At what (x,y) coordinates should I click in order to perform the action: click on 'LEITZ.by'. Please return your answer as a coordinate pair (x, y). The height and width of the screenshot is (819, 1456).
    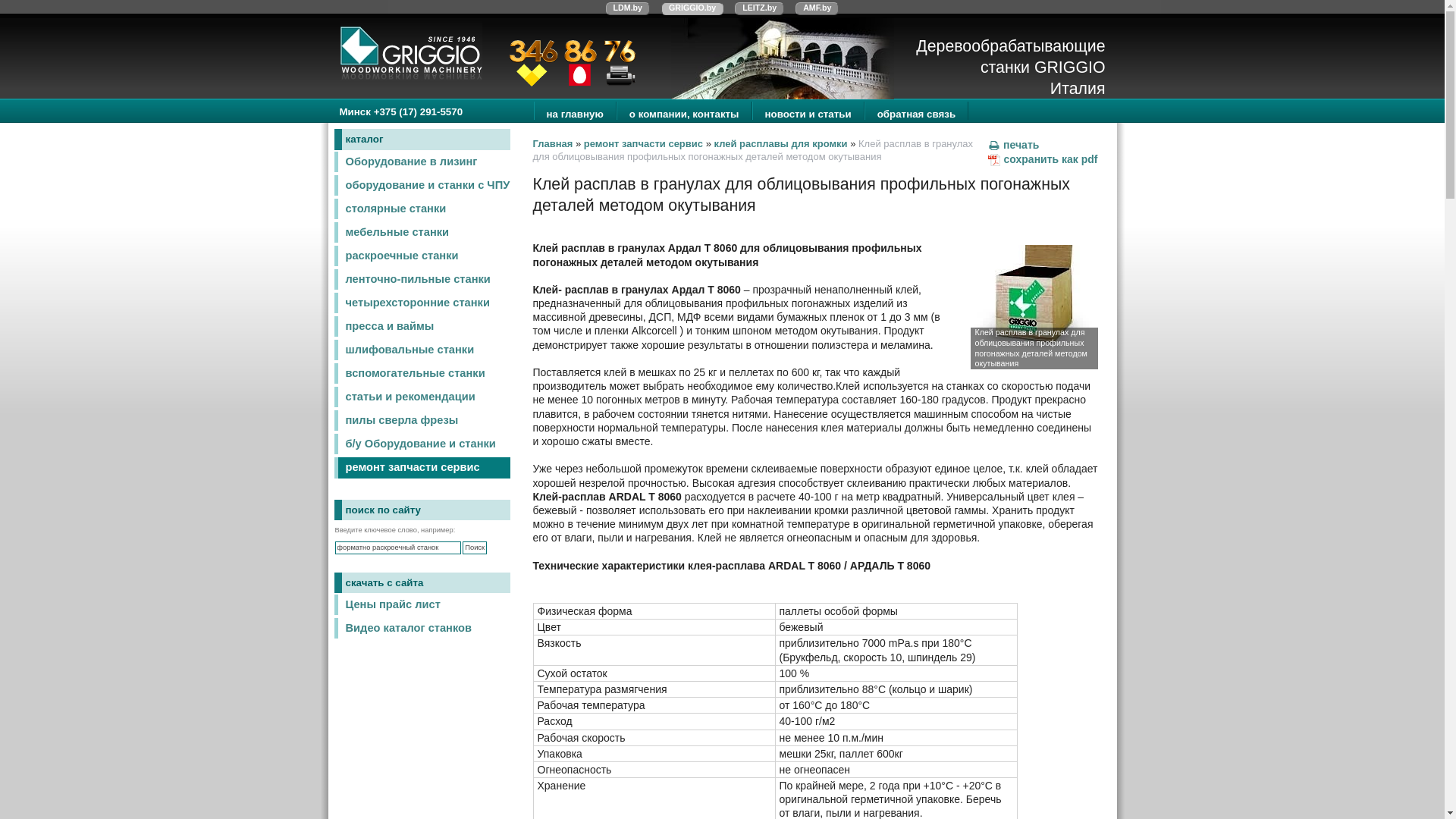
    Looking at the image, I should click on (759, 8).